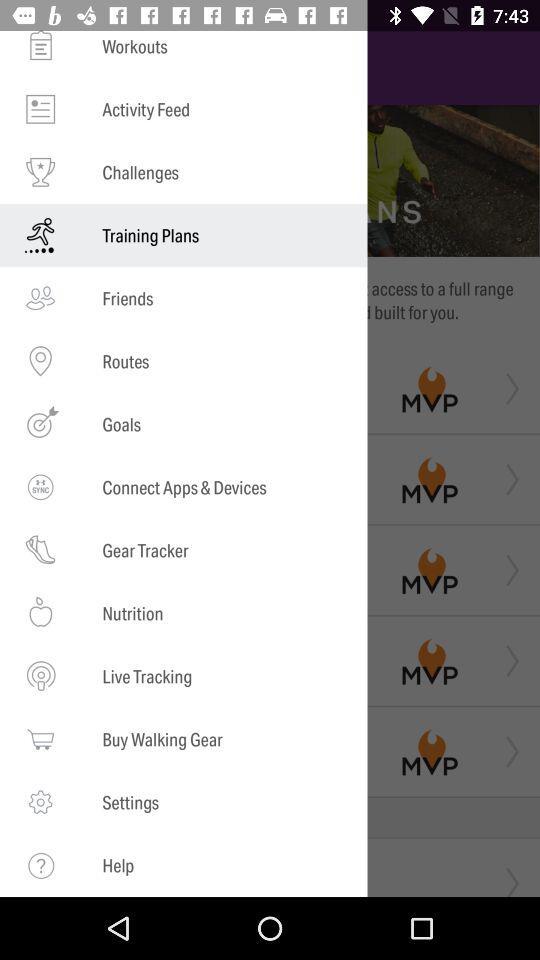  Describe the element at coordinates (40, 738) in the screenshot. I see `the icon which is left to the text buy walking gear` at that location.